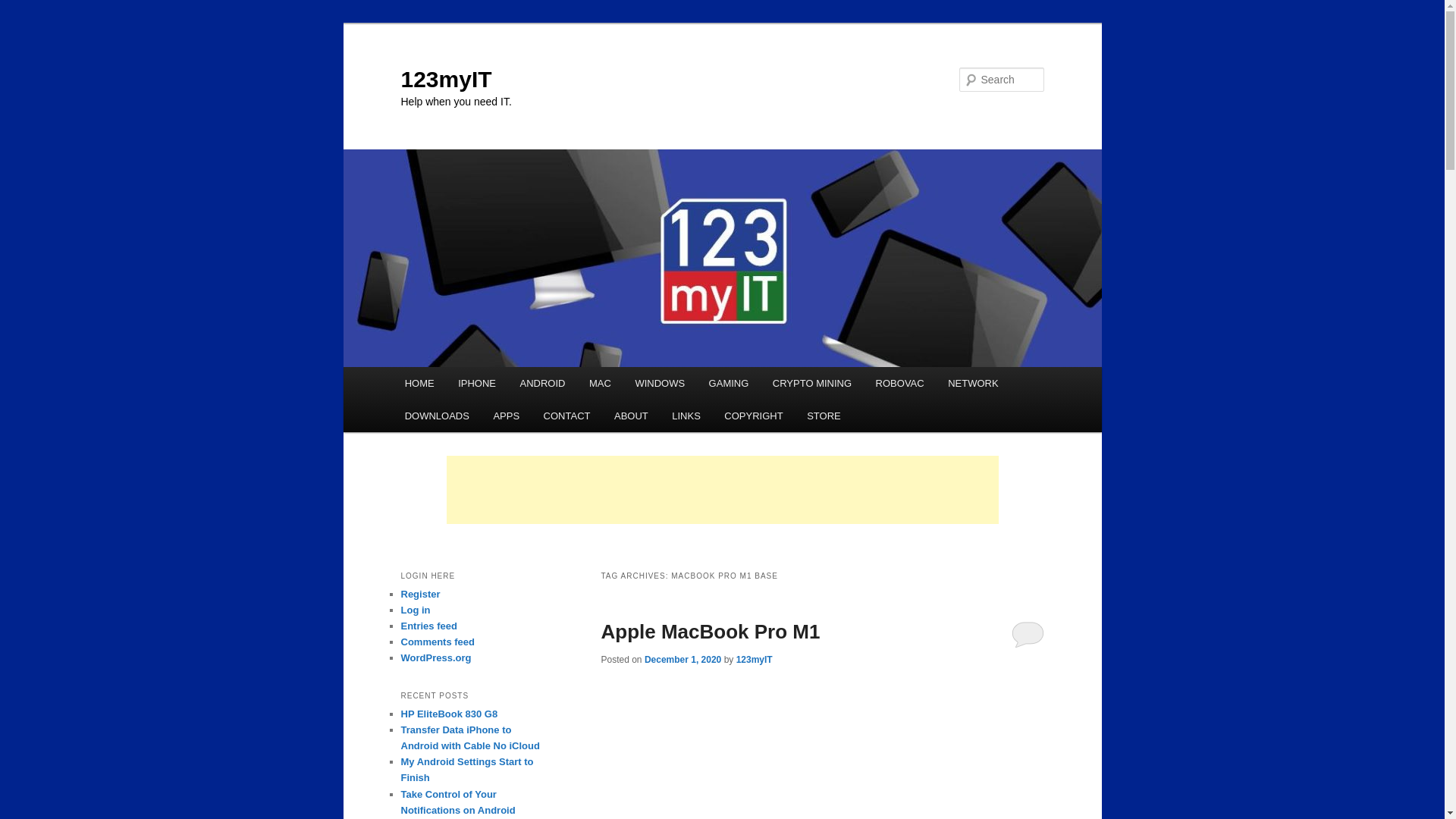 Image resolution: width=1456 pixels, height=819 pixels. Describe the element at coordinates (400, 801) in the screenshot. I see `'Take Control of Your Notifications on Android'` at that location.